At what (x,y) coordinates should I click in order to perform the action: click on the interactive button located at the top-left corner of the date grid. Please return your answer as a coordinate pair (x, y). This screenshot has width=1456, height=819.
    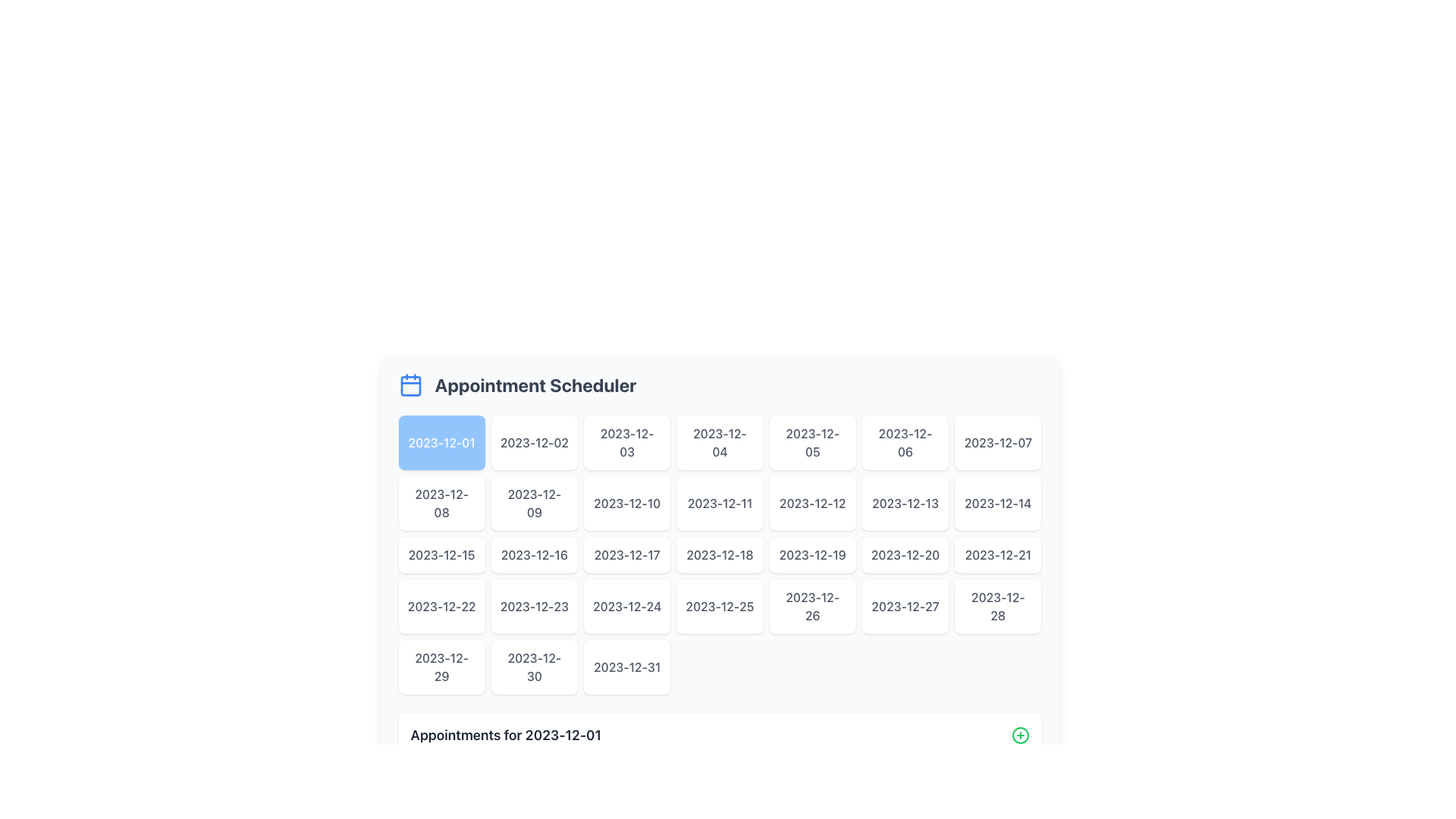
    Looking at the image, I should click on (441, 442).